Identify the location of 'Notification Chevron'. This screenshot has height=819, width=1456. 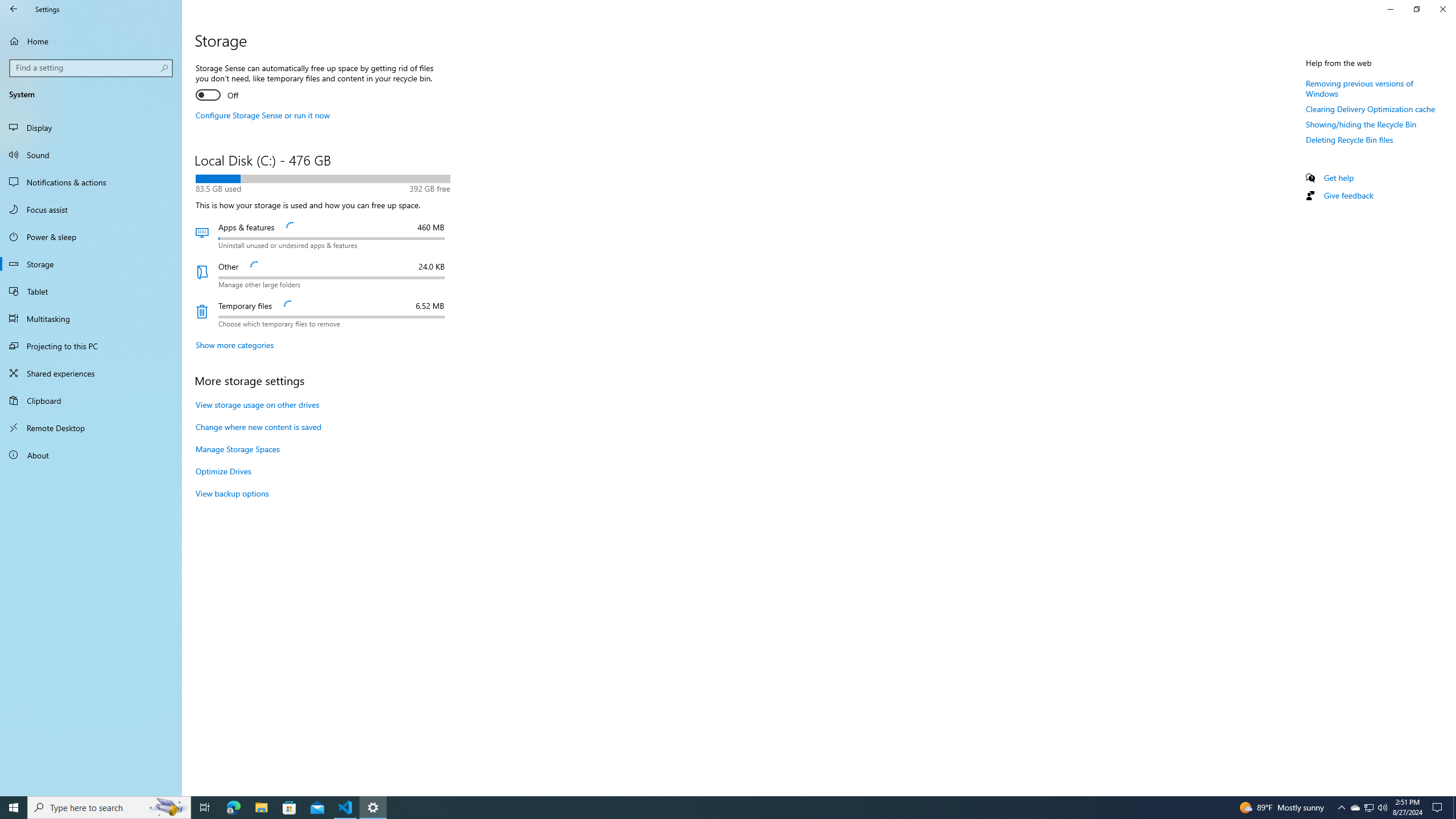
(1342, 806).